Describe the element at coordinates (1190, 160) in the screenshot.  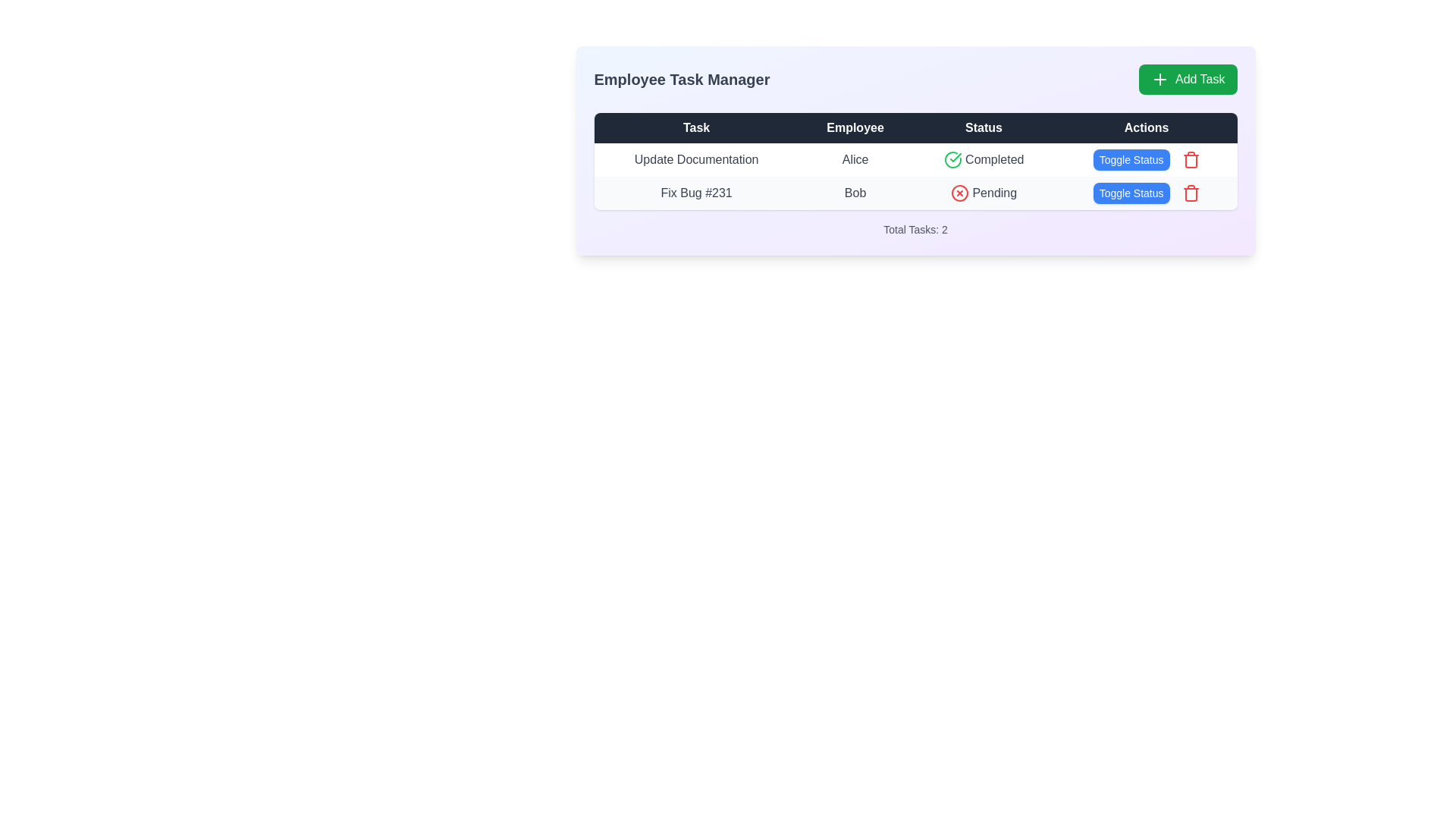
I see `the red trash can icon representing the delete button located in the 'Actions' column, to the right of the 'Toggle Status' button, to trigger any potential visual effects` at that location.